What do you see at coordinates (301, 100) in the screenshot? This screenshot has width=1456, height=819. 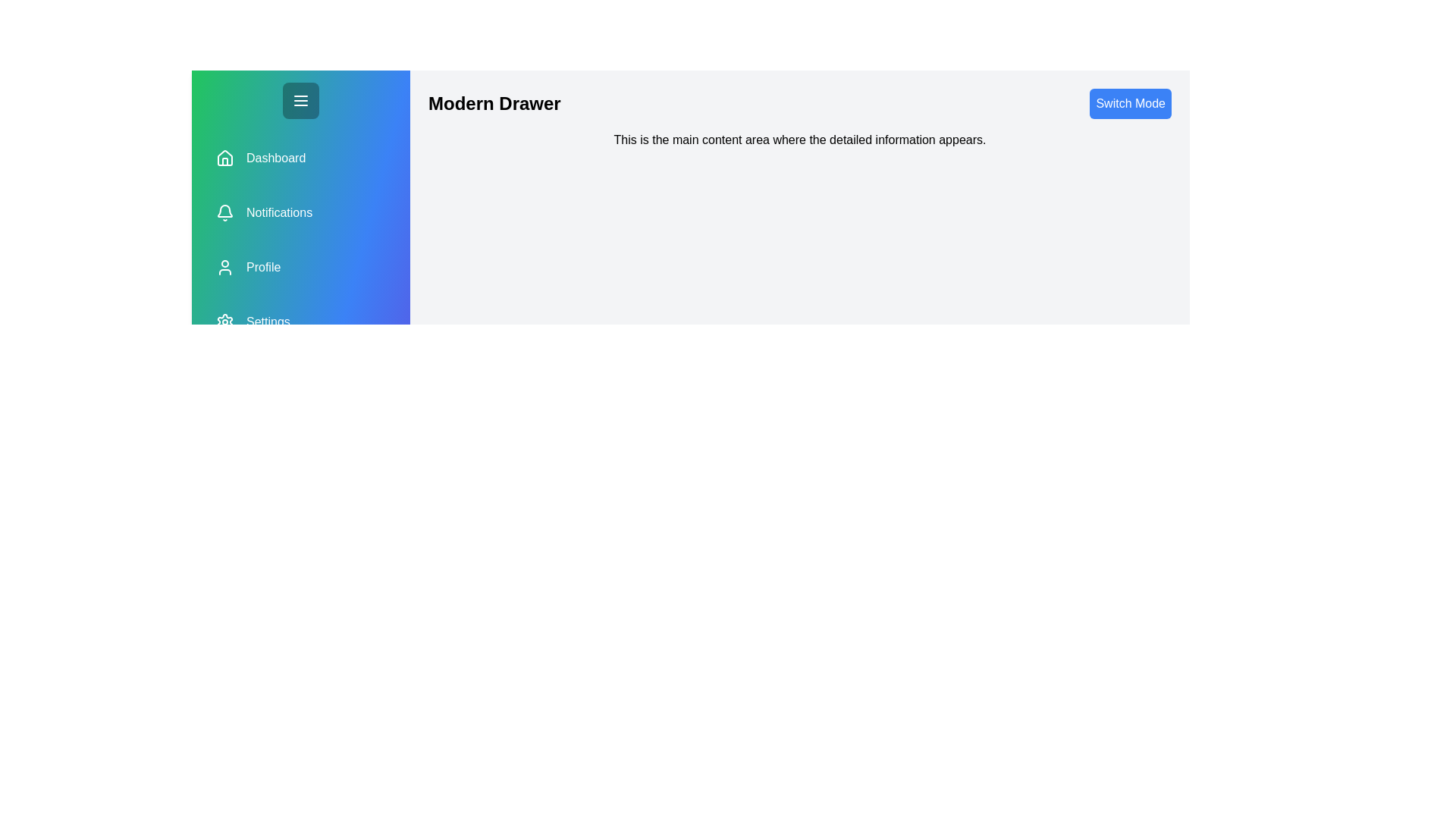 I see `menu button to toggle the drawer open or closed` at bounding box center [301, 100].